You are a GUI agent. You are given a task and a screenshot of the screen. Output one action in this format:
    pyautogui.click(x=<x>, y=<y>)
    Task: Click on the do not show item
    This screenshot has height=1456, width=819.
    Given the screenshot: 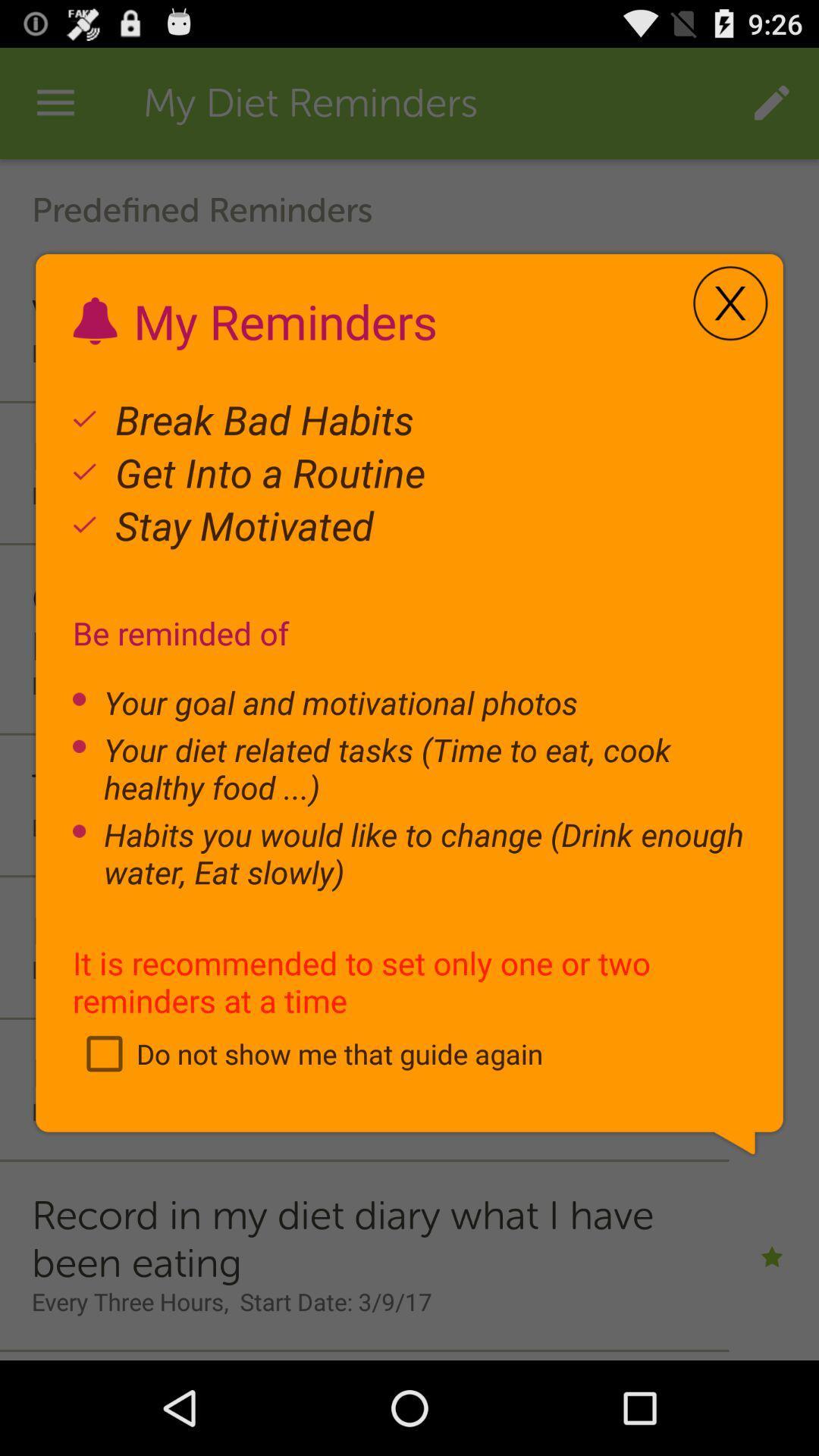 What is the action you would take?
    pyautogui.click(x=307, y=1053)
    